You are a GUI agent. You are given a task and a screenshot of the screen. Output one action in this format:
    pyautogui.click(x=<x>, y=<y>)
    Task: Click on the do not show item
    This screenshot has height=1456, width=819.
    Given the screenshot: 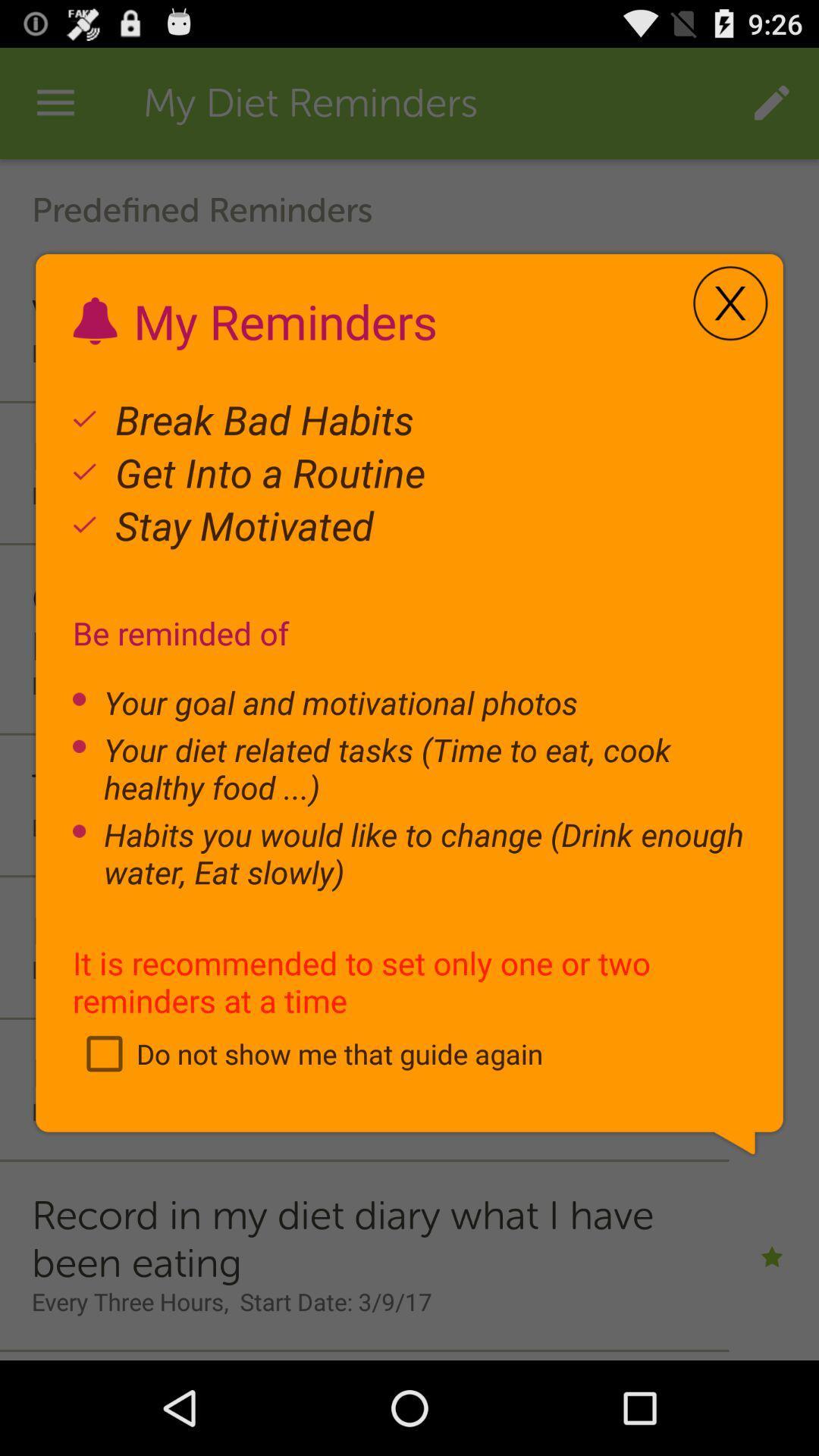 What is the action you would take?
    pyautogui.click(x=307, y=1053)
    